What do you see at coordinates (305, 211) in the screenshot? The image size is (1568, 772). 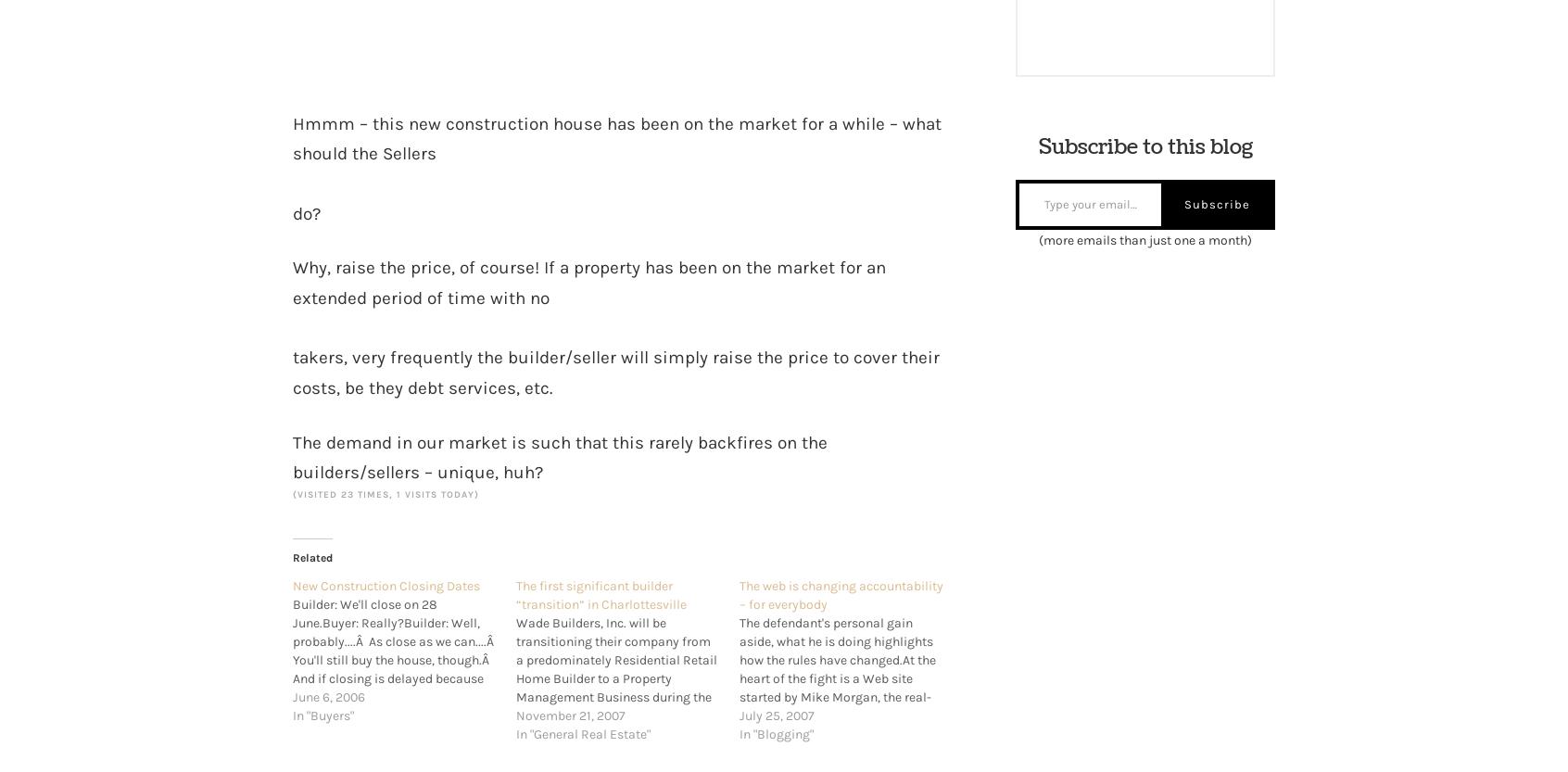 I see `'do?'` at bounding box center [305, 211].